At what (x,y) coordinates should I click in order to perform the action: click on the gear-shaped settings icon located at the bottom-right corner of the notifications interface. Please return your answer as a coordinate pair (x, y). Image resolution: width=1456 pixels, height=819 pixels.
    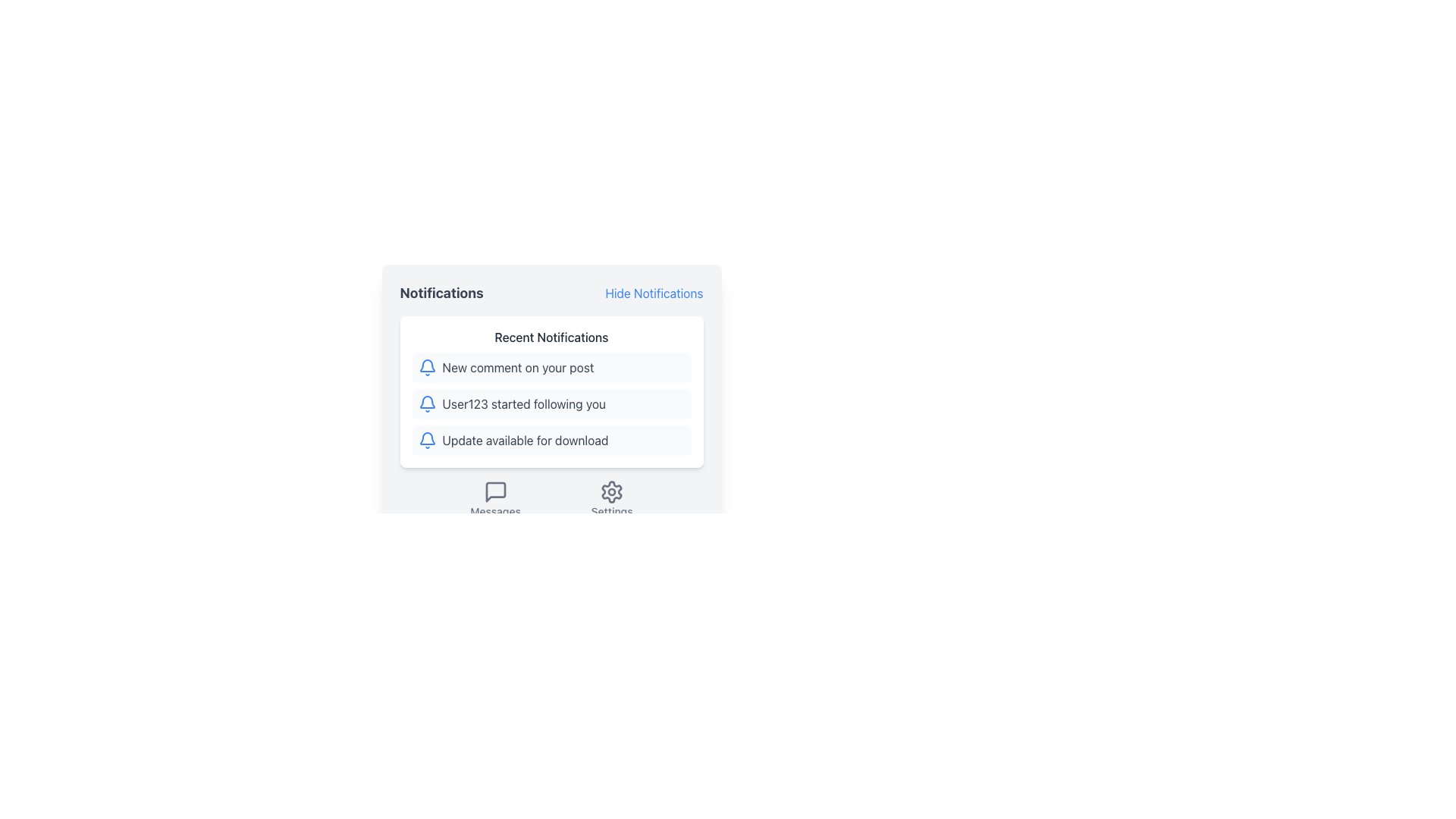
    Looking at the image, I should click on (612, 491).